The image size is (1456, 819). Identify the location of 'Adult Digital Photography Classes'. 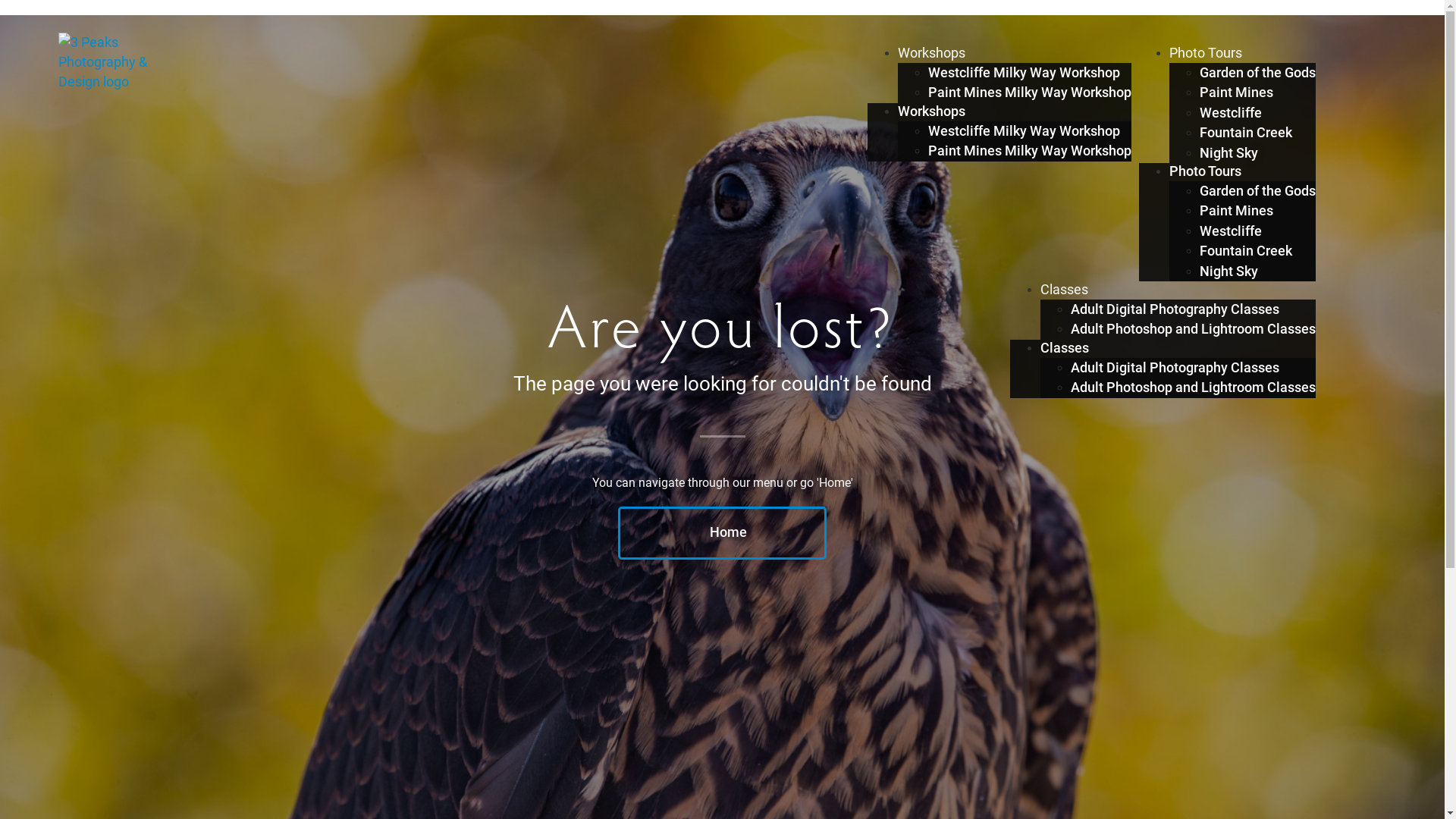
(1174, 368).